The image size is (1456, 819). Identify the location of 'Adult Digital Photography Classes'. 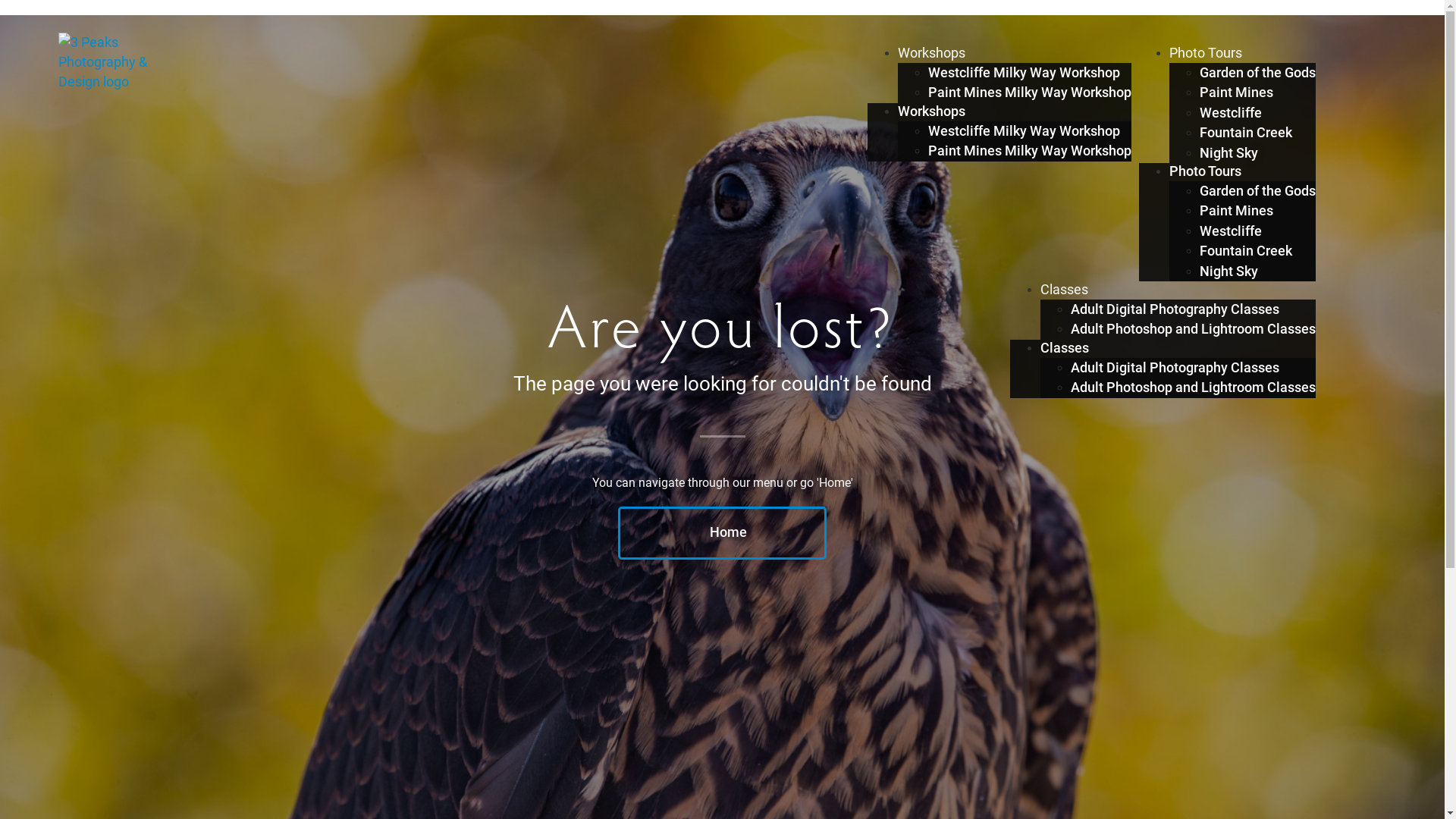
(1174, 368).